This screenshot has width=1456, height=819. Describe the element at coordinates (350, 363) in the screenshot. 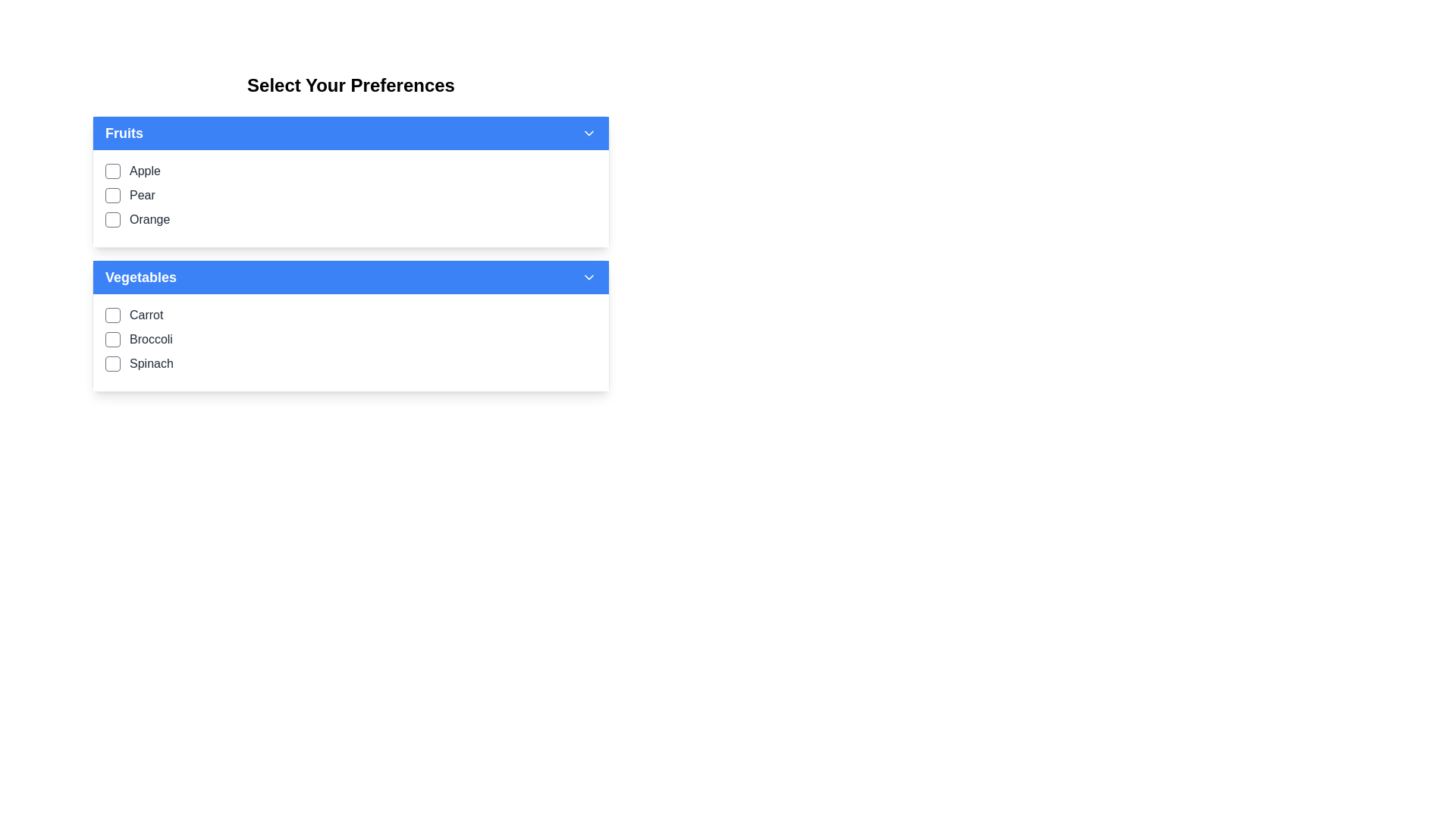

I see `the checkbox labeled 'Spinach', located` at that location.